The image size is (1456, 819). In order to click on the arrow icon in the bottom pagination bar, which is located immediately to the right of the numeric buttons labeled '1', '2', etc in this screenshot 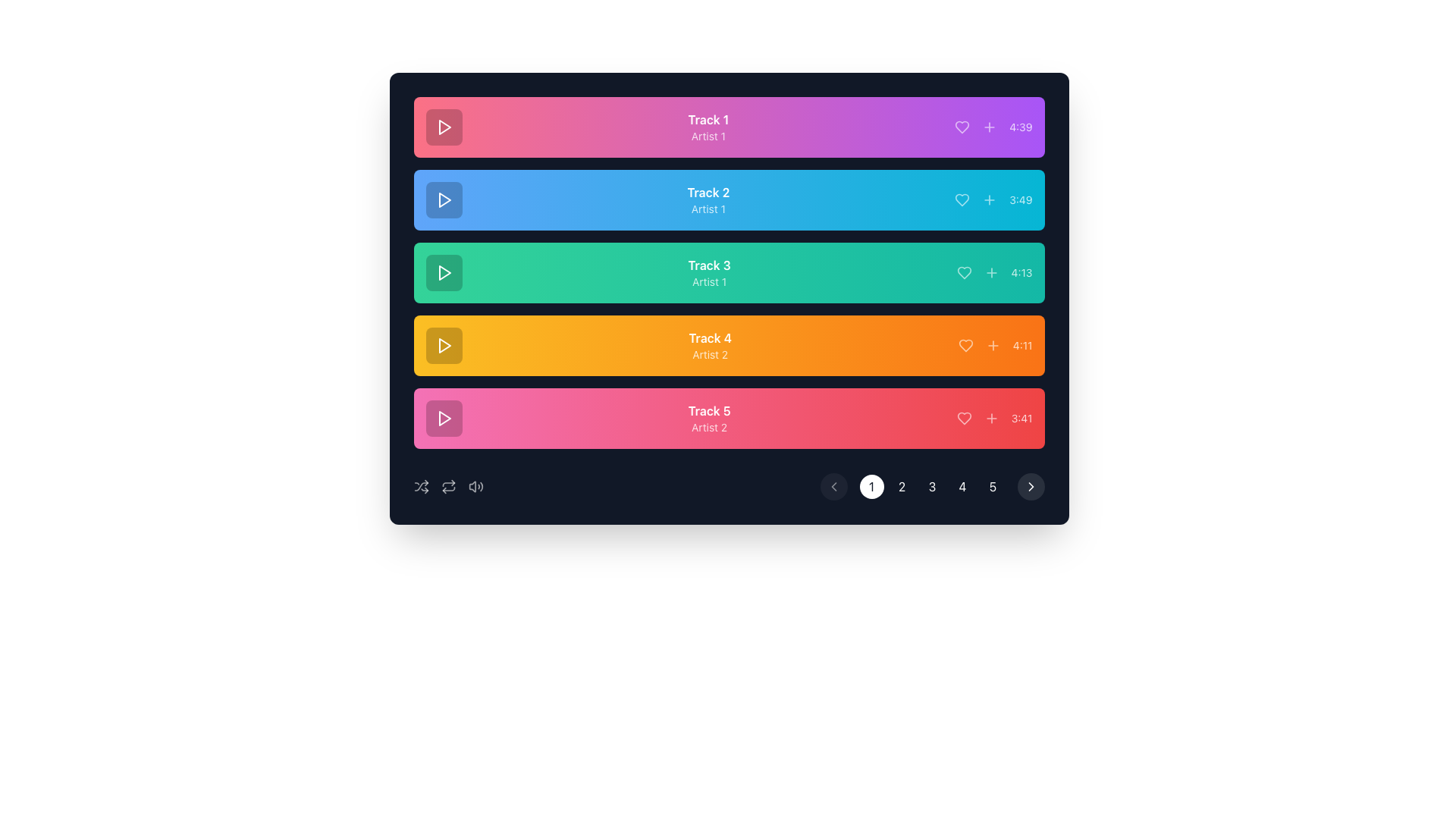, I will do `click(1031, 486)`.